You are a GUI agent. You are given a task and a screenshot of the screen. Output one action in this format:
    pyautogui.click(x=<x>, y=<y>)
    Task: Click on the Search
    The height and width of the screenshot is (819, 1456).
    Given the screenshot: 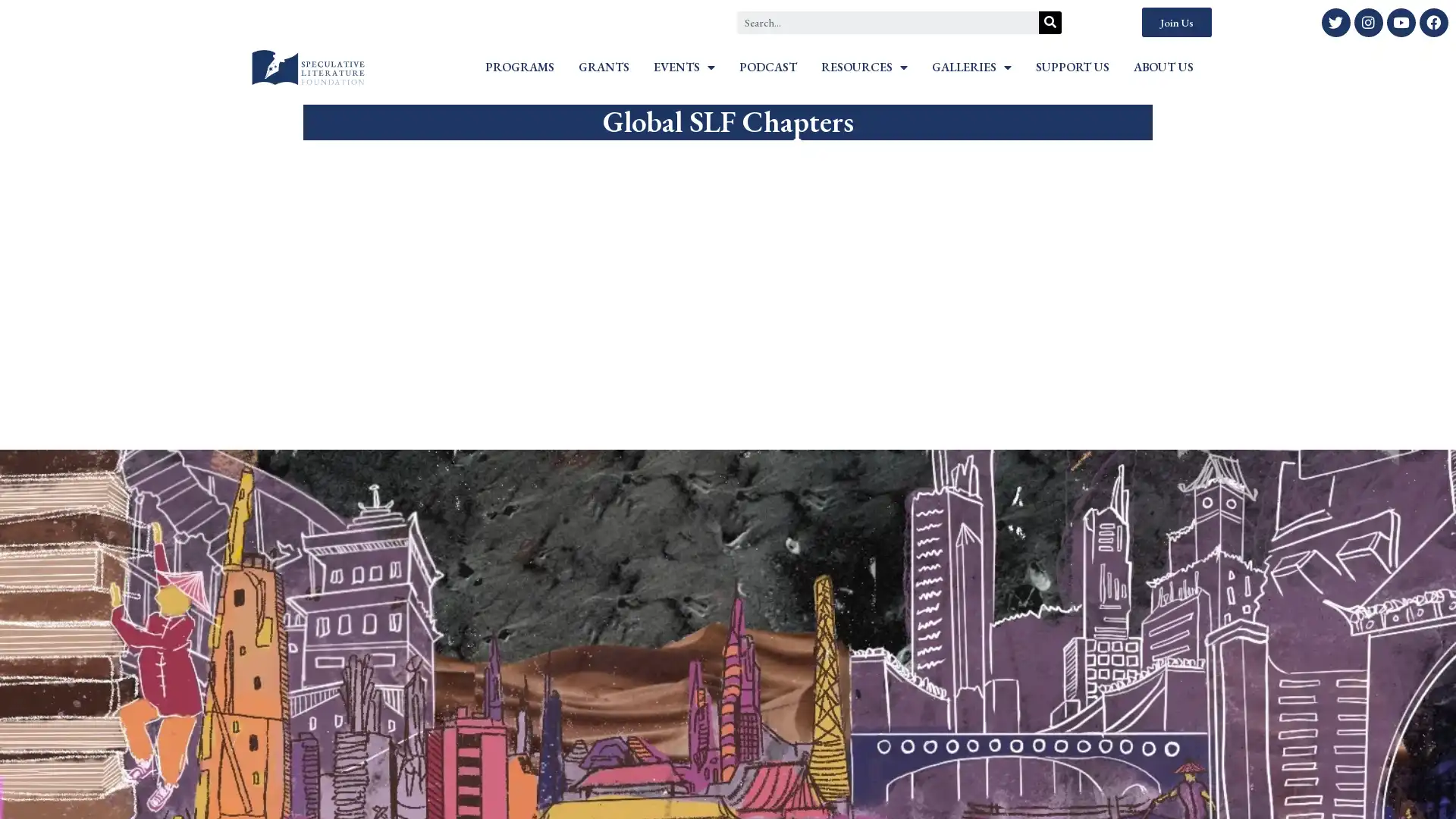 What is the action you would take?
    pyautogui.click(x=1050, y=22)
    